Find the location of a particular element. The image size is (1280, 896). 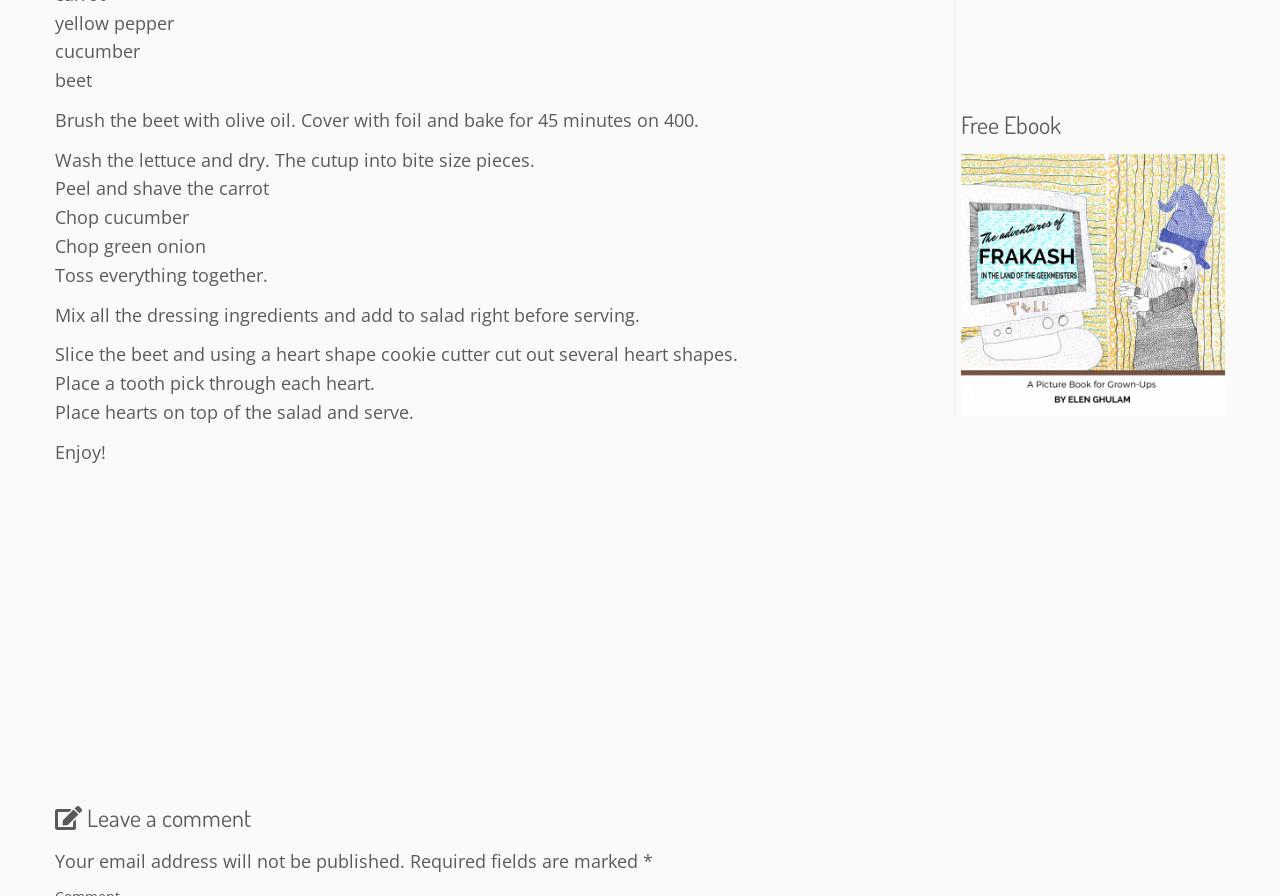

'Place hearts on top of the salad and serve.' is located at coordinates (234, 411).